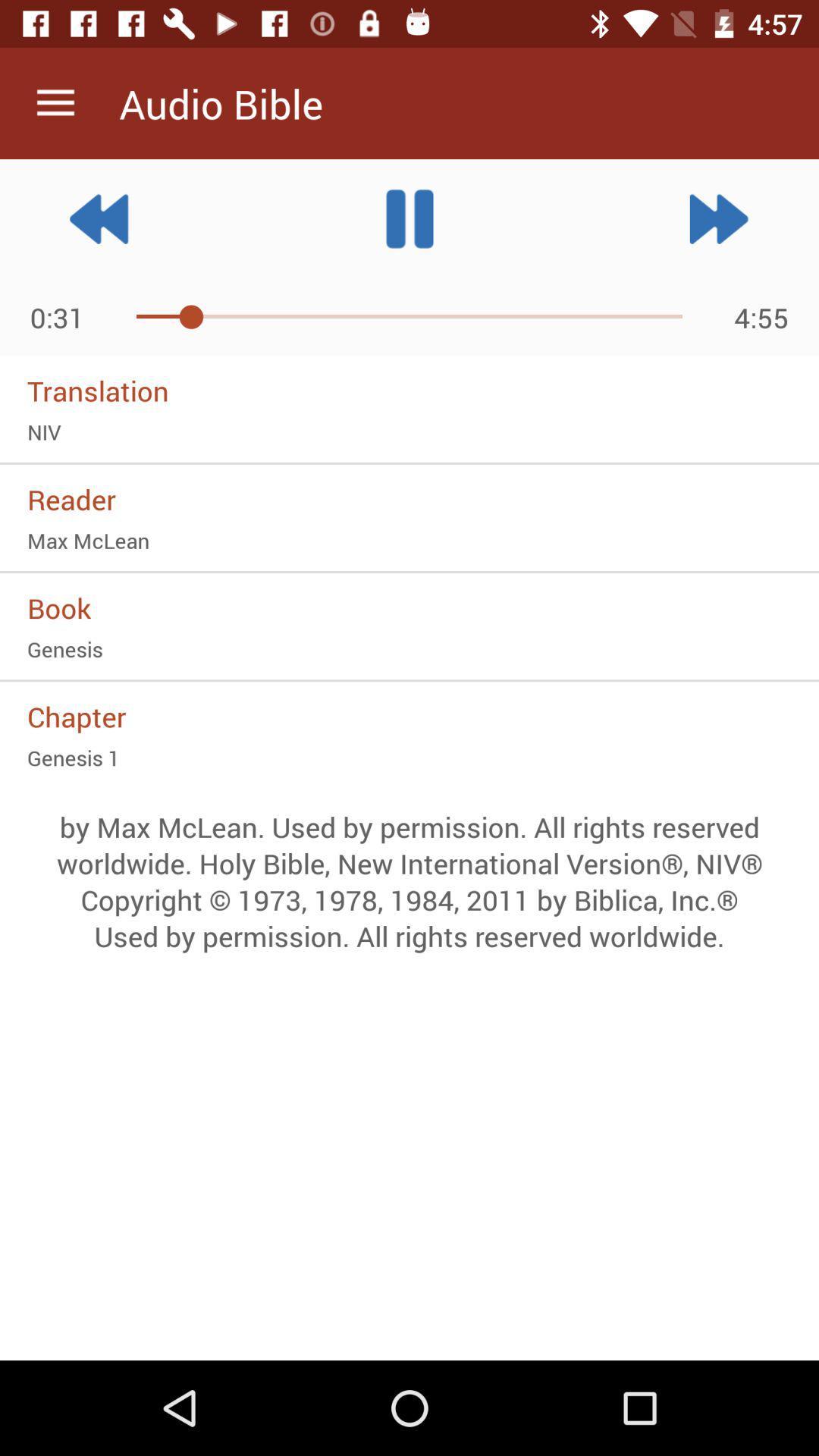  Describe the element at coordinates (409, 391) in the screenshot. I see `icon below the 0:32 item` at that location.